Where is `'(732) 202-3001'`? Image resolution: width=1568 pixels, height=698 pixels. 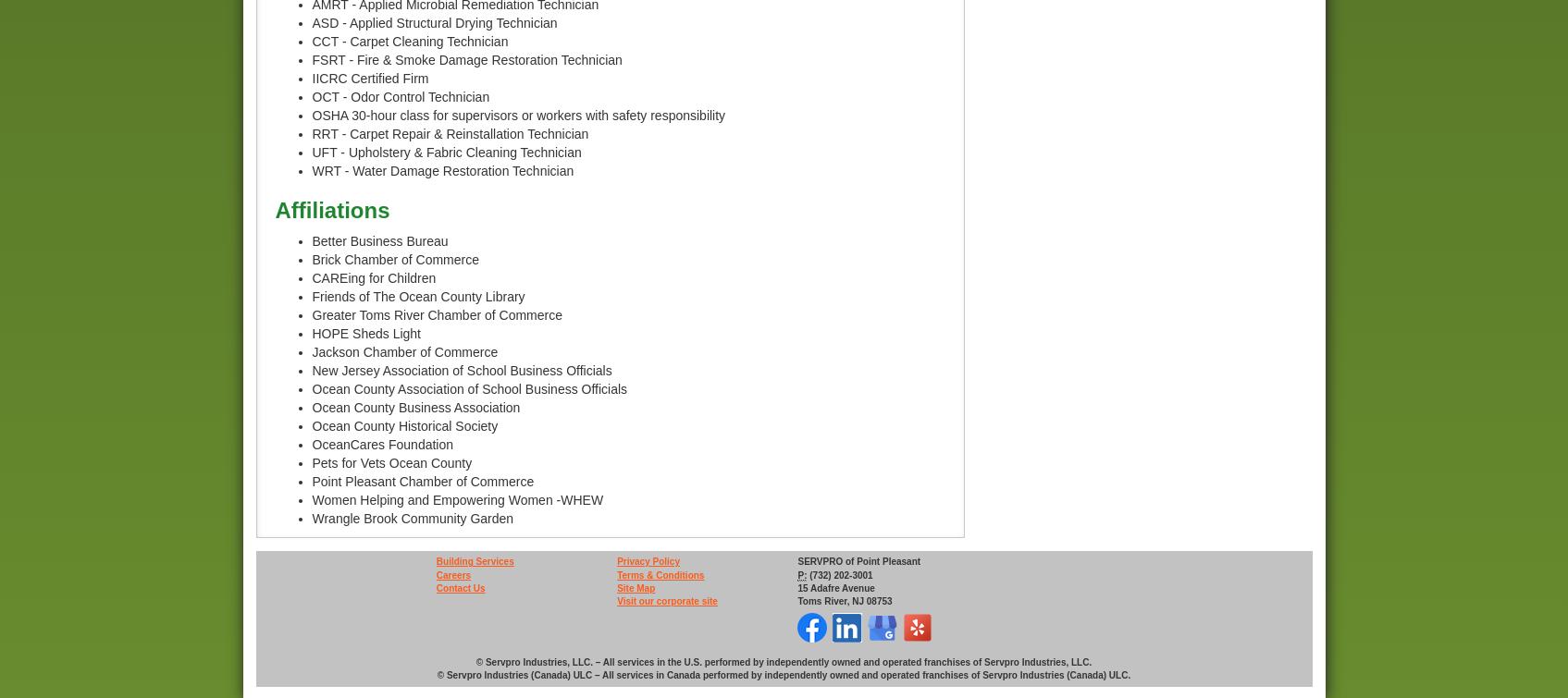 '(732) 202-3001' is located at coordinates (808, 573).